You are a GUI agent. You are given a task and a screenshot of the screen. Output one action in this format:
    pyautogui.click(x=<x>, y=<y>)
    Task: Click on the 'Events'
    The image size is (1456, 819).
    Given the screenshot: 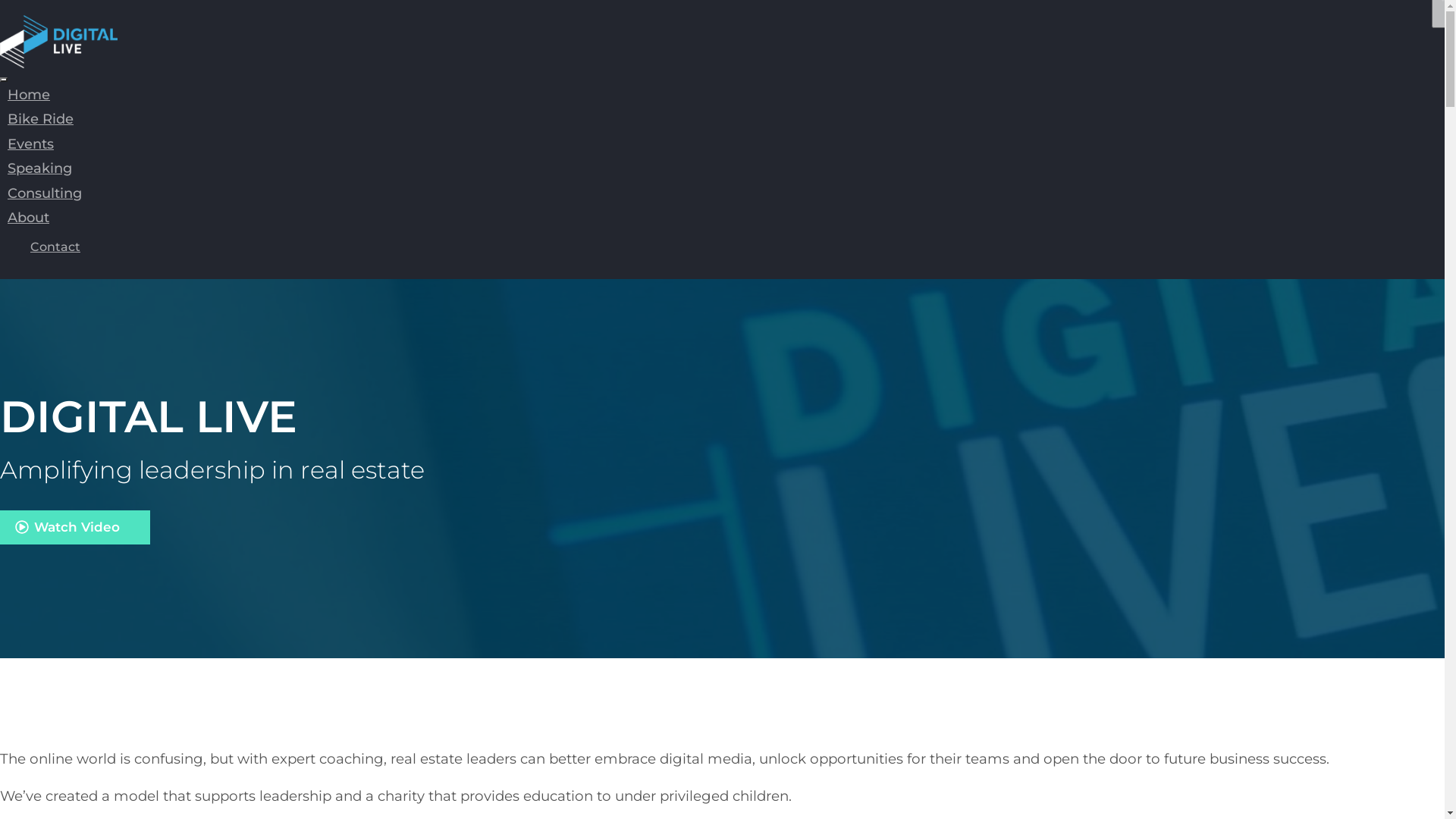 What is the action you would take?
    pyautogui.click(x=30, y=143)
    